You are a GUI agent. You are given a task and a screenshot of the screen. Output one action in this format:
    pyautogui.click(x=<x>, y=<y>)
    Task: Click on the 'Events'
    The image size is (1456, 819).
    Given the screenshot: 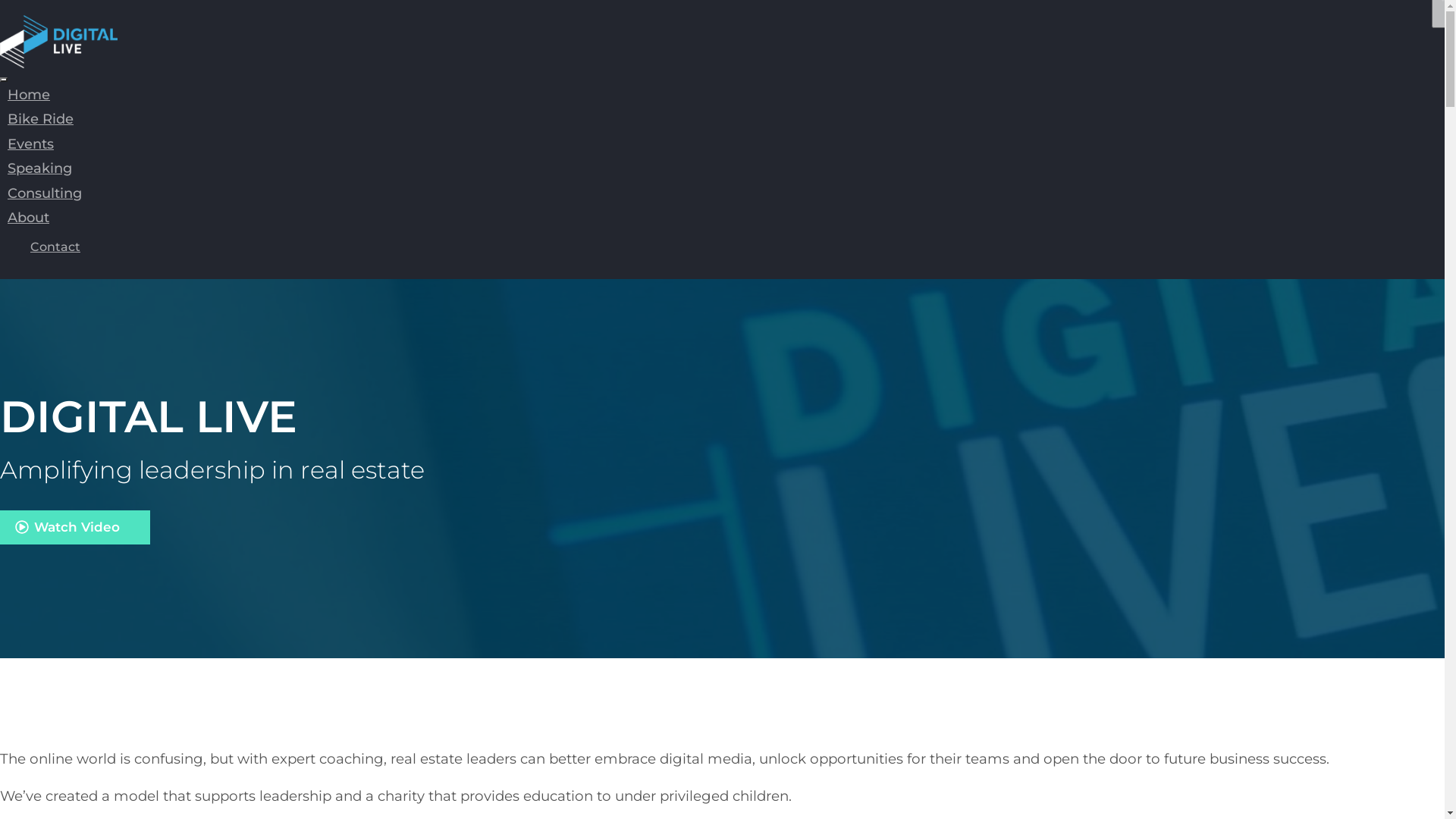 What is the action you would take?
    pyautogui.click(x=30, y=143)
    